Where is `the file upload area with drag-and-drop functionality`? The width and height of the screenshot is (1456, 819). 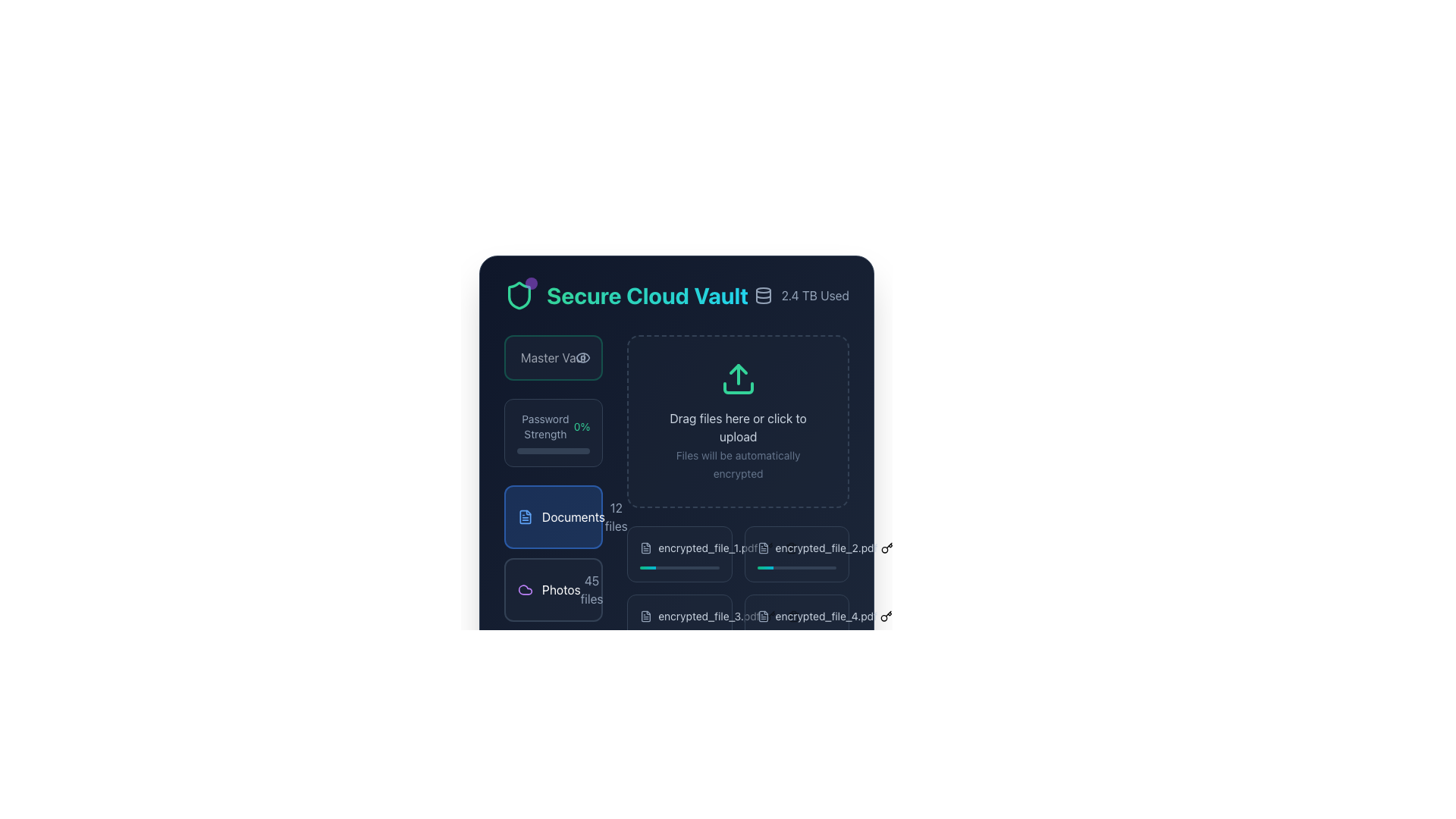 the file upload area with drag-and-drop functionality is located at coordinates (738, 421).